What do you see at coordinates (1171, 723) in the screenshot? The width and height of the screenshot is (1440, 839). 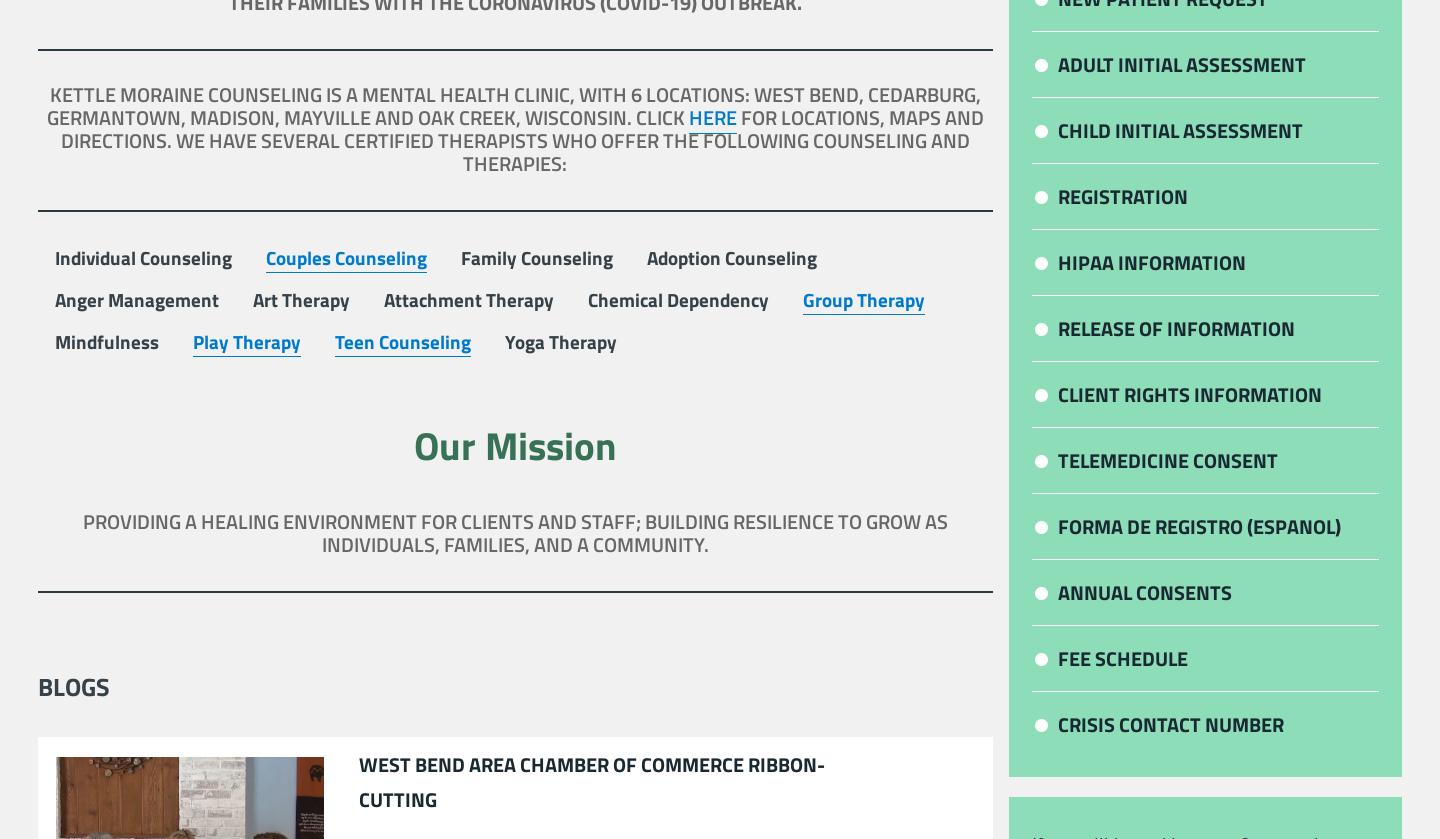 I see `'Crisis Contact Number'` at bounding box center [1171, 723].